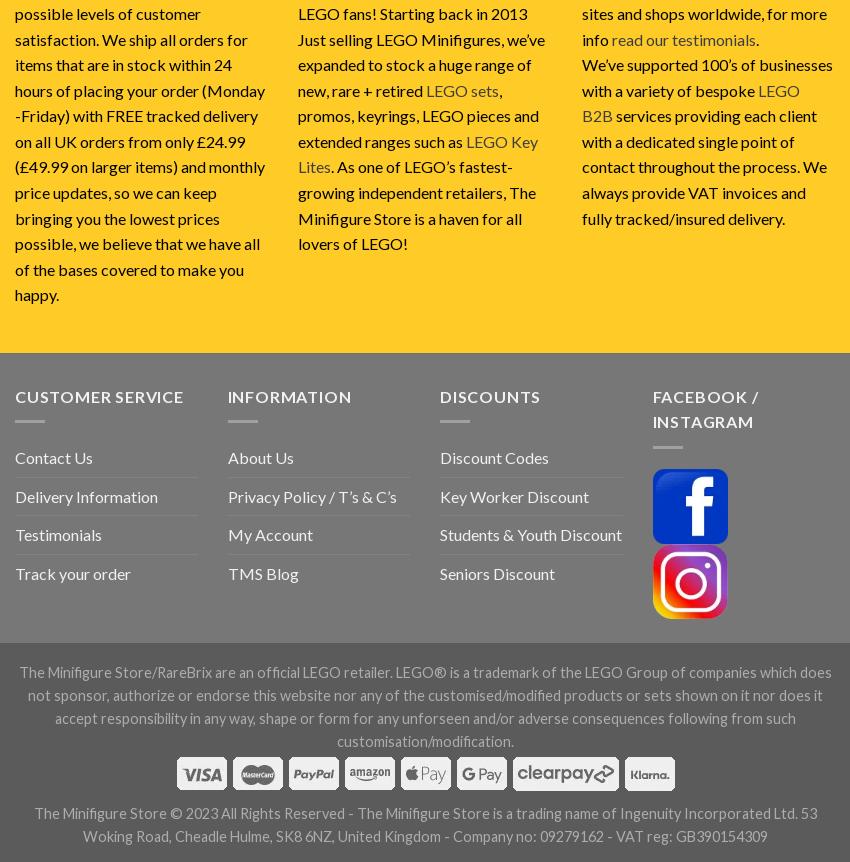 This screenshot has width=850, height=862. Describe the element at coordinates (497, 571) in the screenshot. I see `'Seniors Discount'` at that location.